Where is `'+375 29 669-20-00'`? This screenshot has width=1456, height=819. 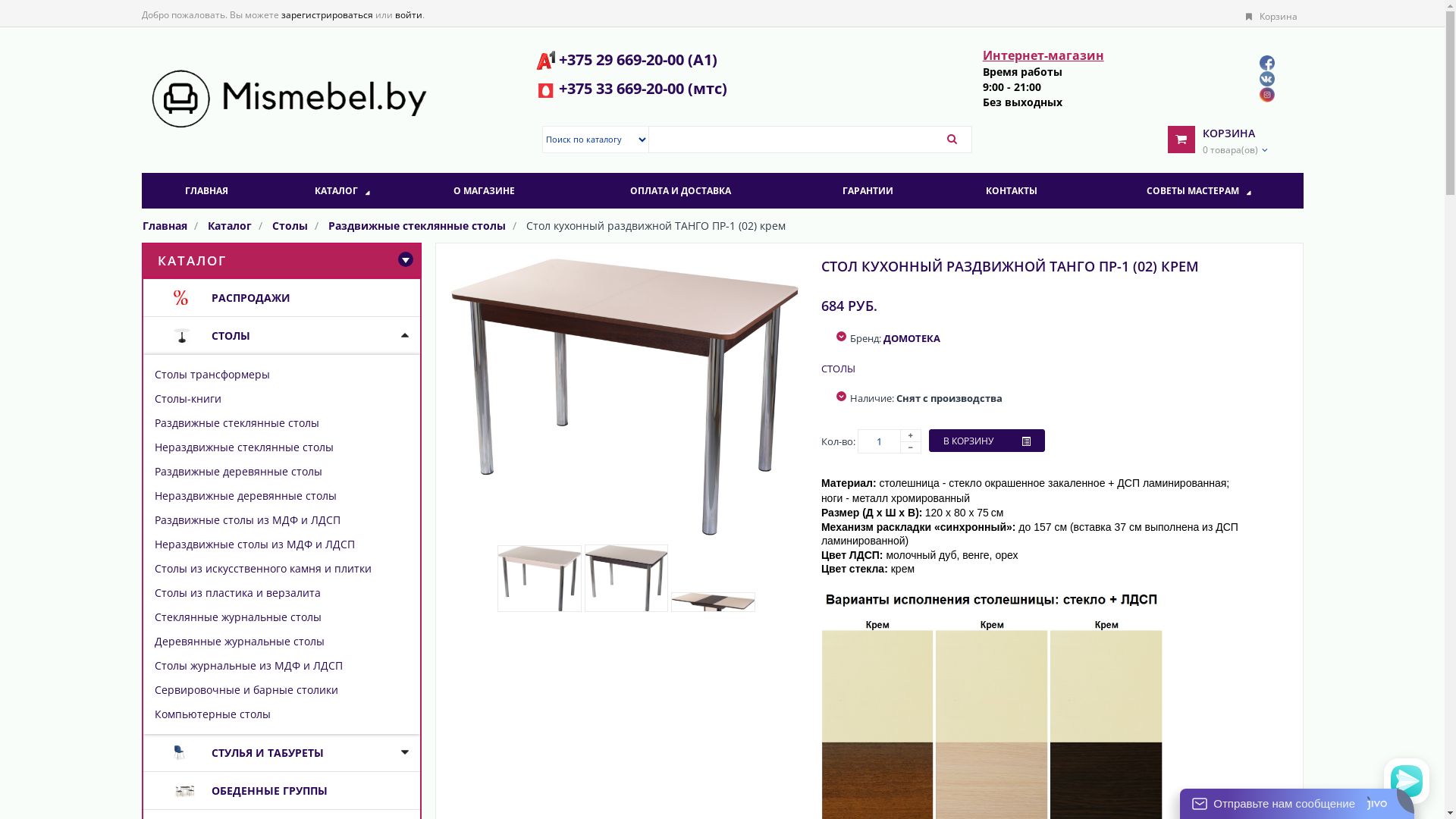
'+375 29 669-20-00' is located at coordinates (558, 58).